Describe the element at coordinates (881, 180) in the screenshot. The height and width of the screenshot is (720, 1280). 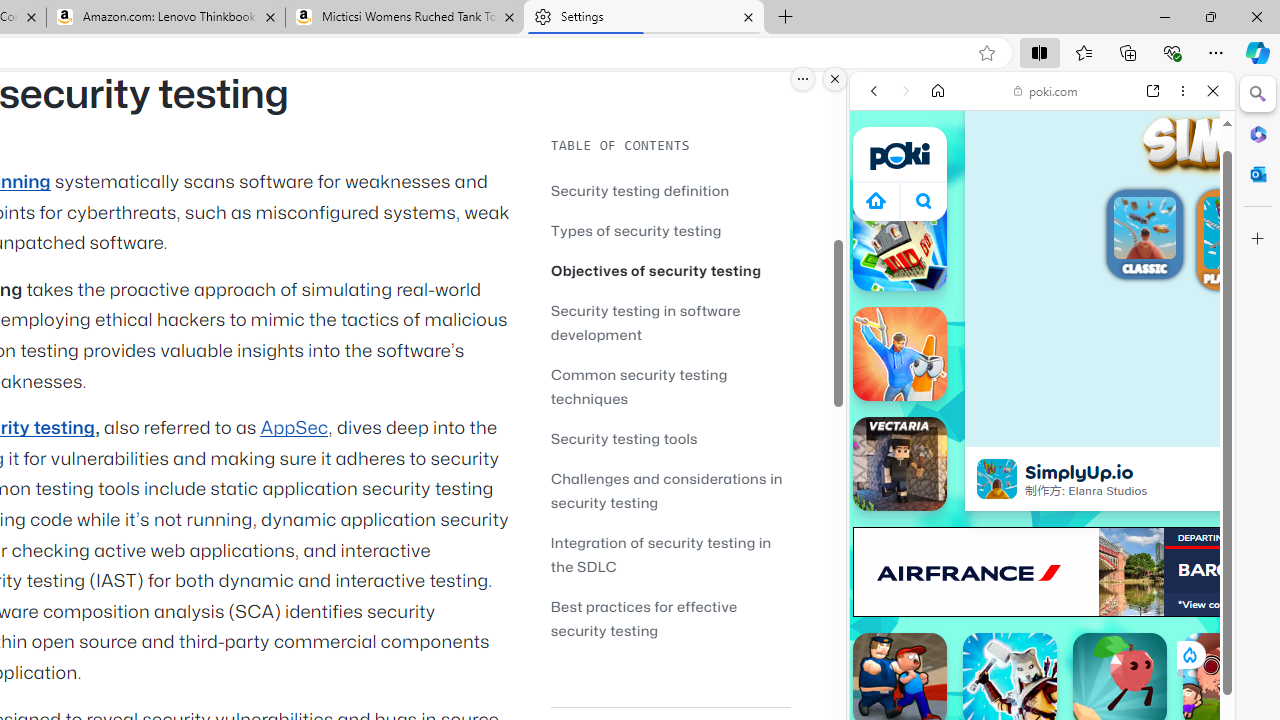
I see `'Web scope'` at that location.